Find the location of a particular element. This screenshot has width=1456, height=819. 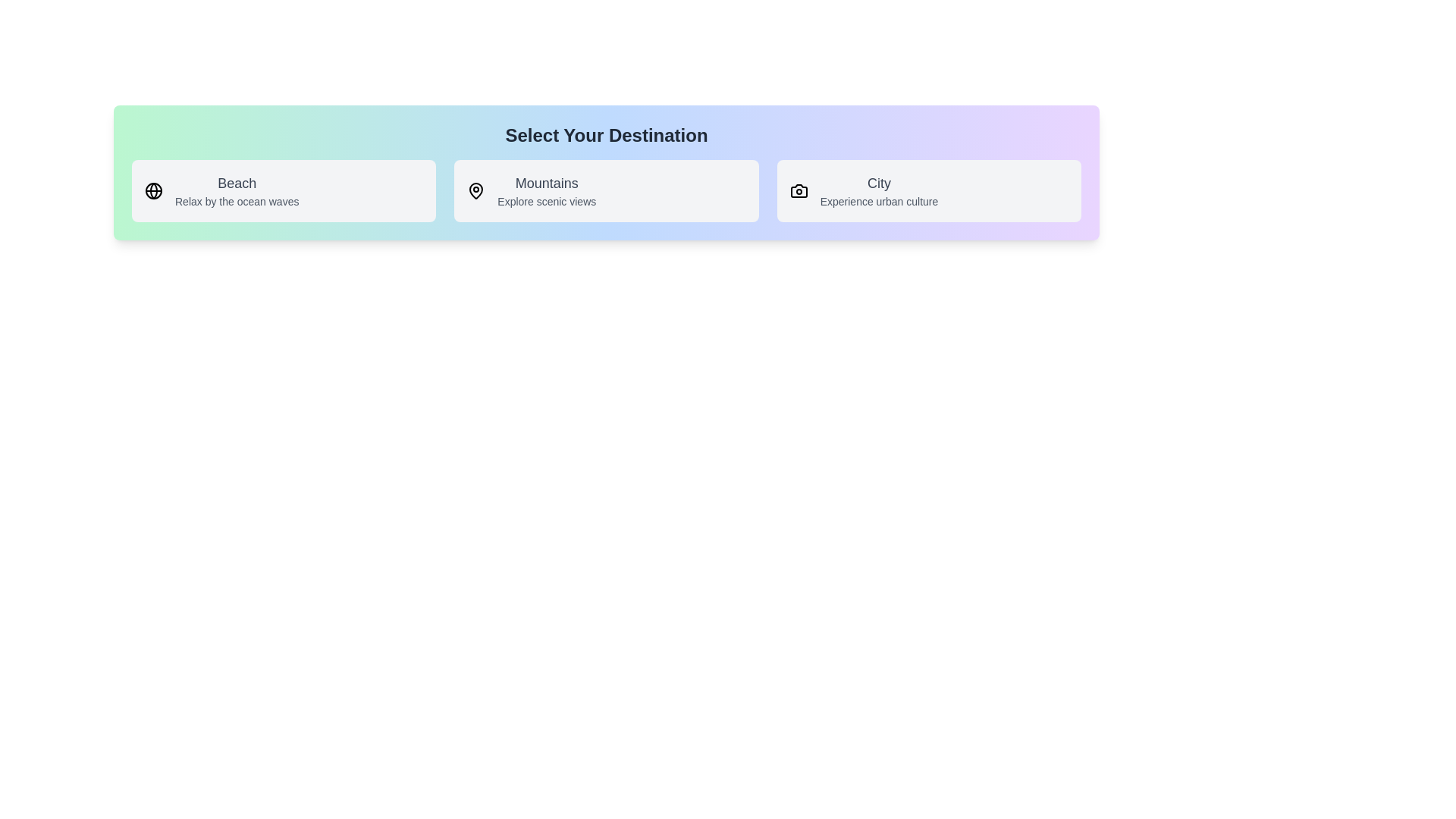

text 'Experience urban culture' which is located below the bolded text 'City' in the right section of the user interface is located at coordinates (879, 201).